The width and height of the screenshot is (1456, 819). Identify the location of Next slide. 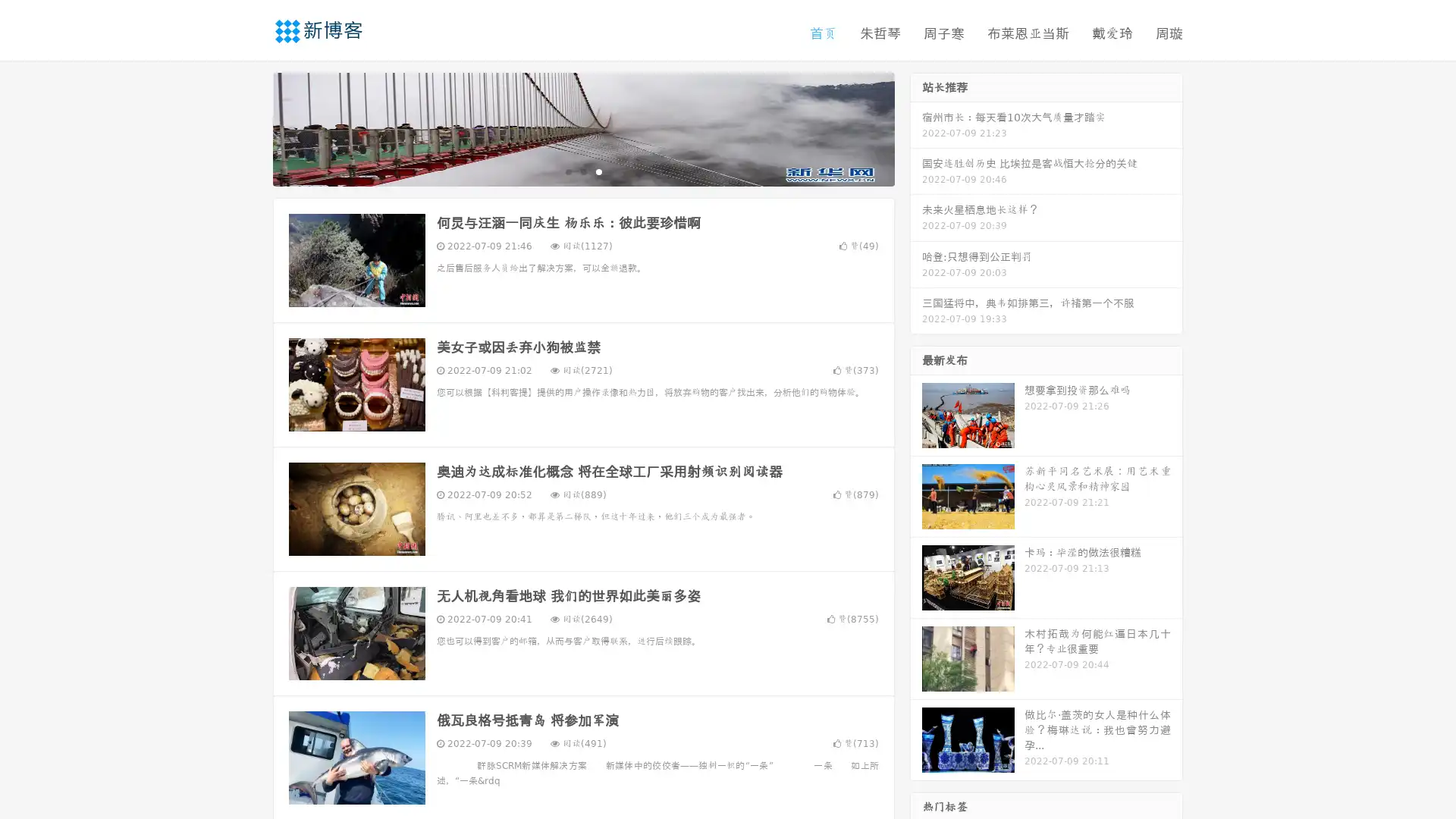
(916, 127).